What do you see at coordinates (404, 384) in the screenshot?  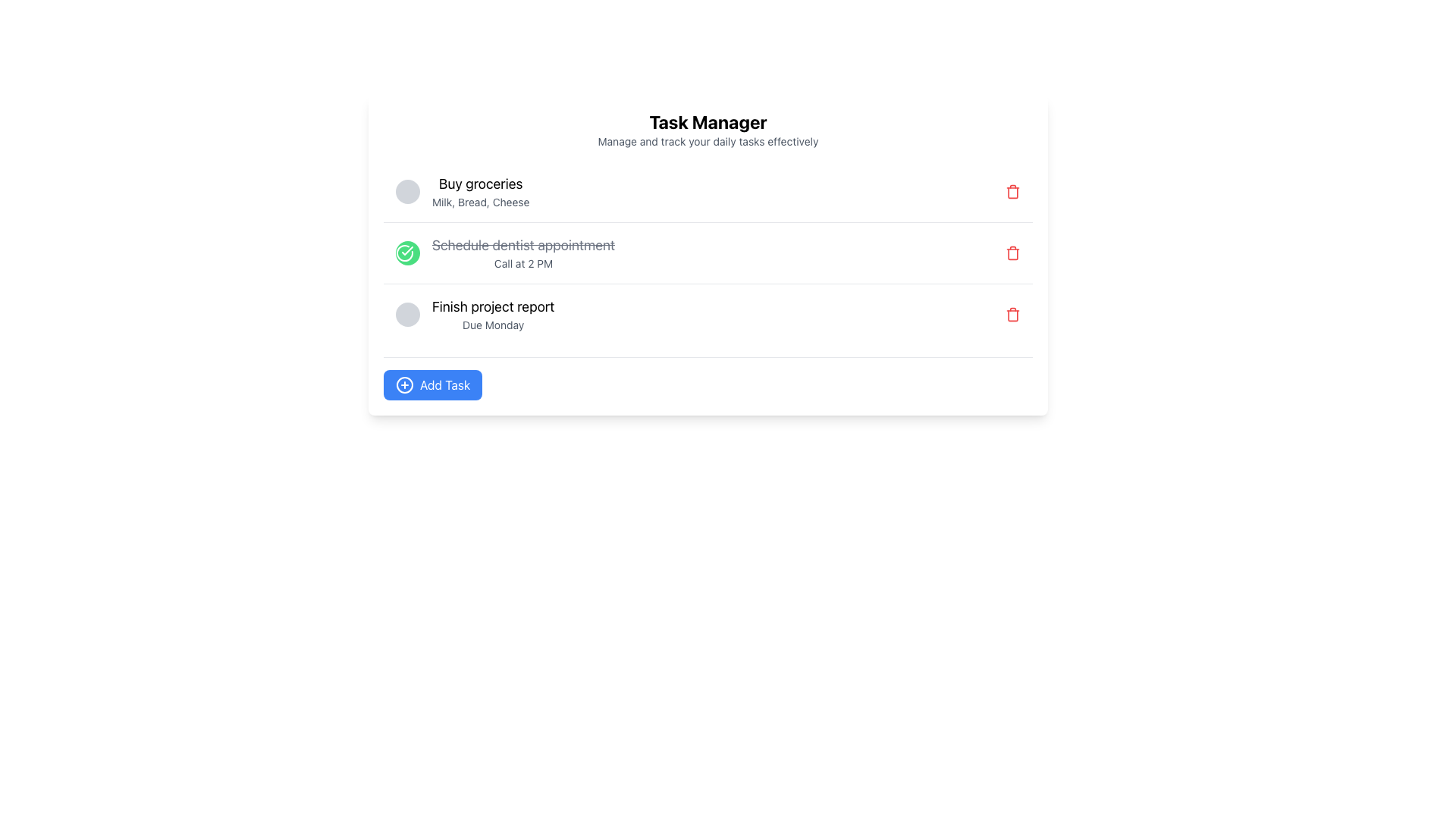 I see `the plus sign icon embedded within the 'Add Task' button` at bounding box center [404, 384].